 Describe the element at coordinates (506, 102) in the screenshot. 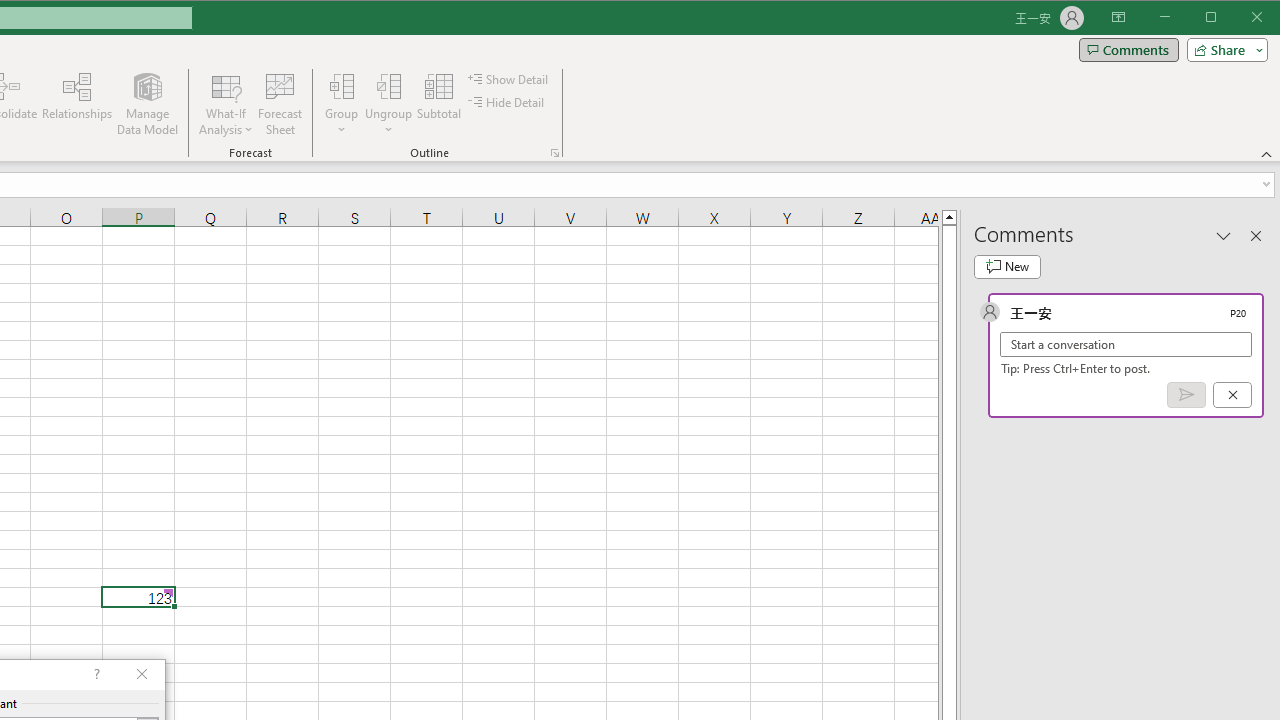

I see `'Hide Detail'` at that location.